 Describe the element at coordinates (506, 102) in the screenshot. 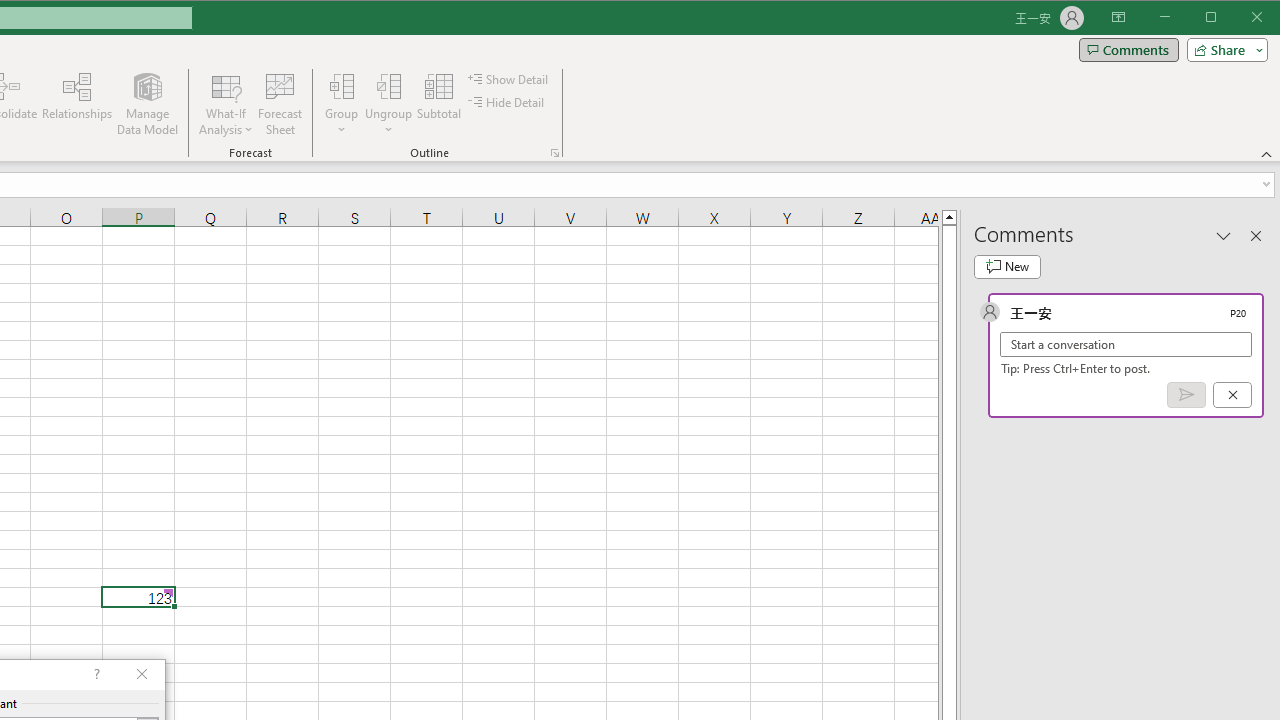

I see `'Hide Detail'` at that location.